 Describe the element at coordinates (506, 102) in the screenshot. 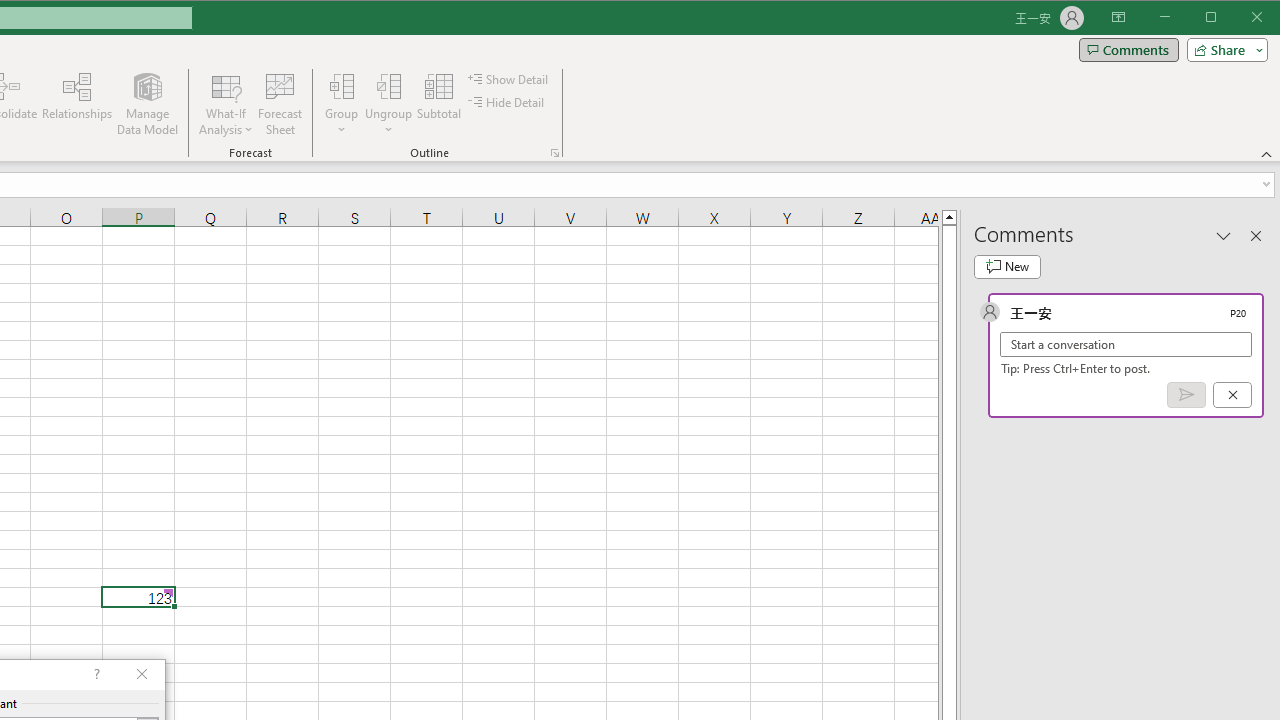

I see `'Hide Detail'` at that location.